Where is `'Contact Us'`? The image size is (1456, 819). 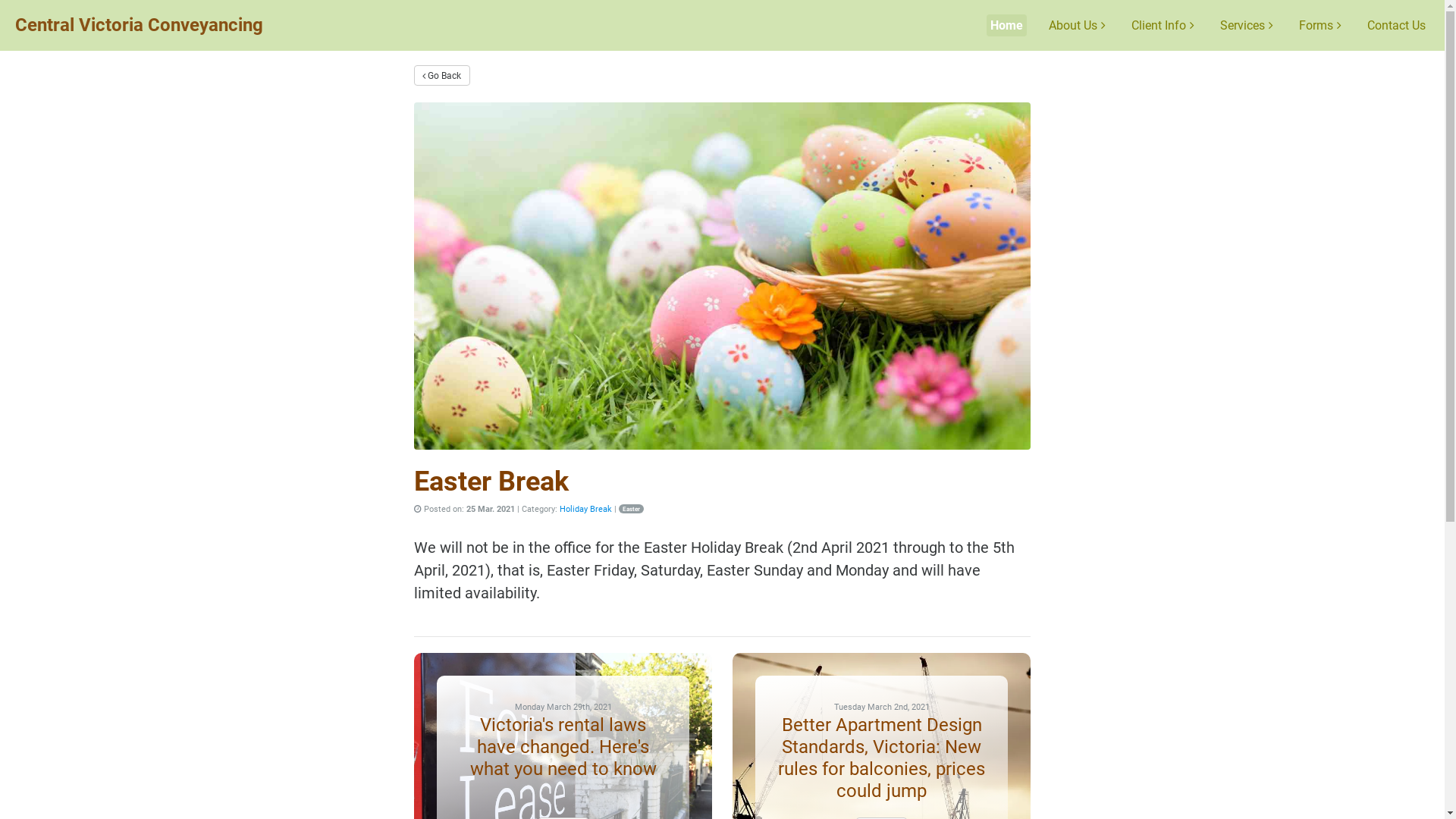
'Contact Us' is located at coordinates (1395, 25).